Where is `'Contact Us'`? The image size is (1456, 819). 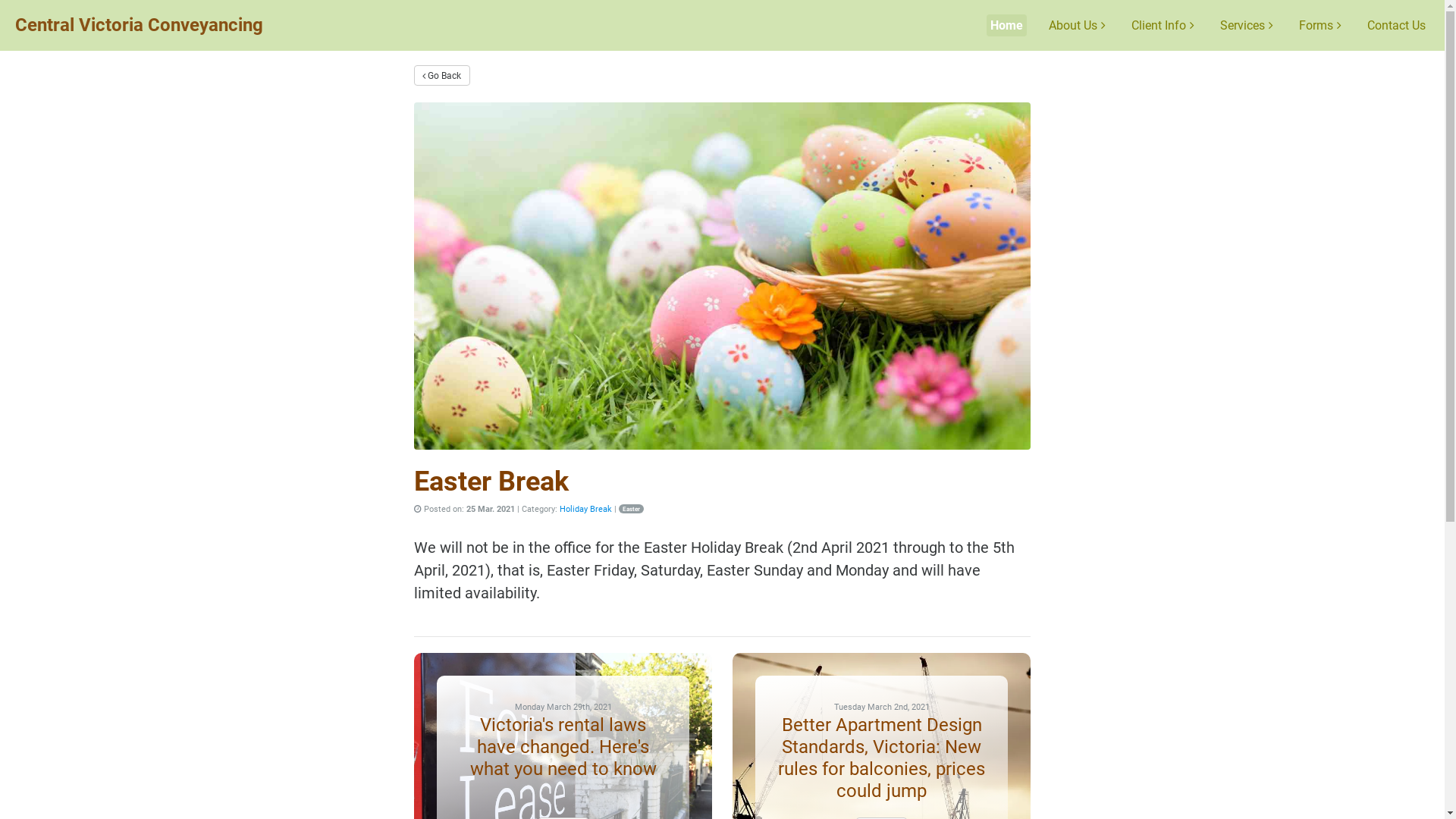
'Contact Us' is located at coordinates (1395, 25).